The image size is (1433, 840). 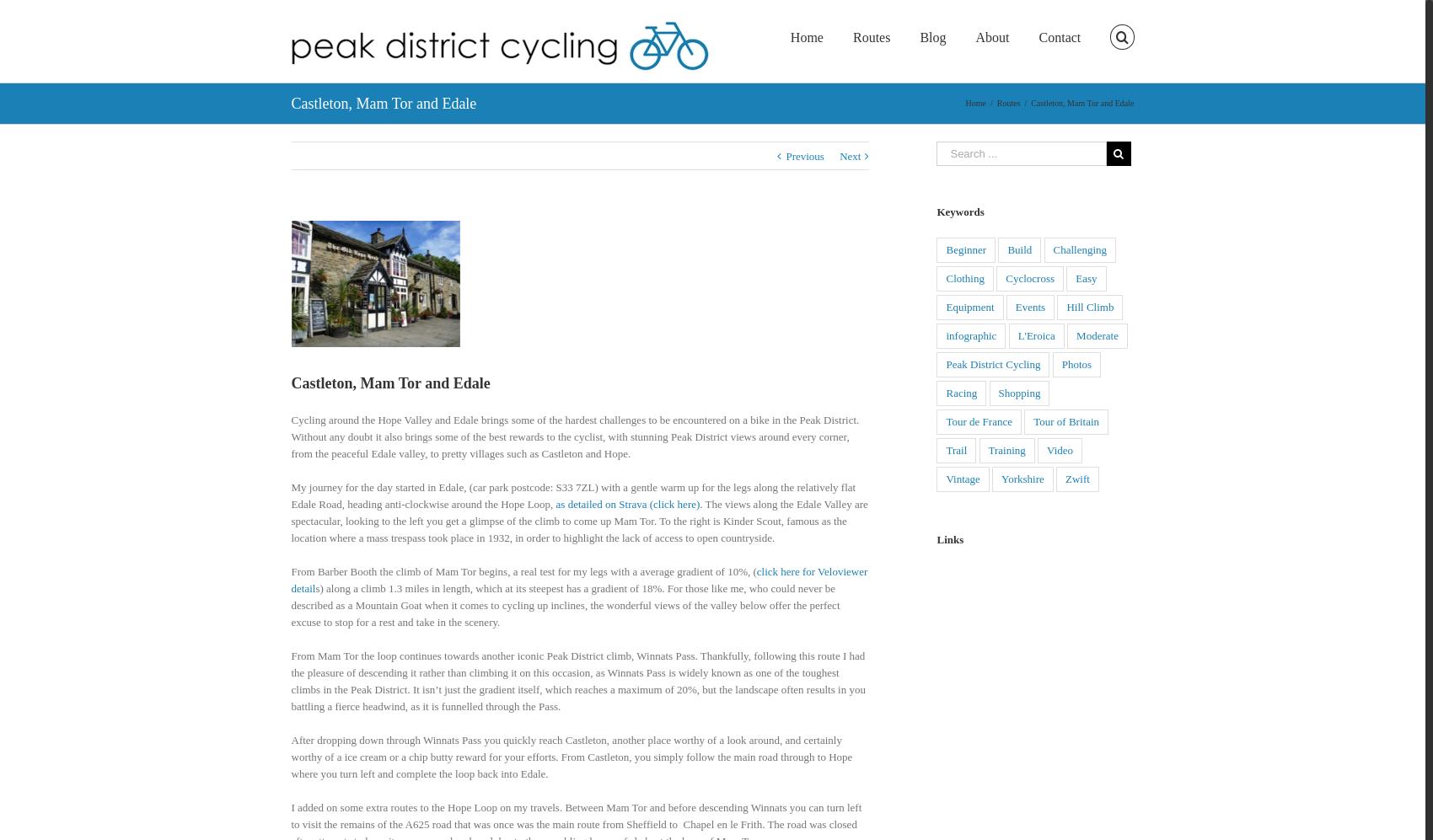 What do you see at coordinates (1065, 420) in the screenshot?
I see `'Tour of Britain'` at bounding box center [1065, 420].